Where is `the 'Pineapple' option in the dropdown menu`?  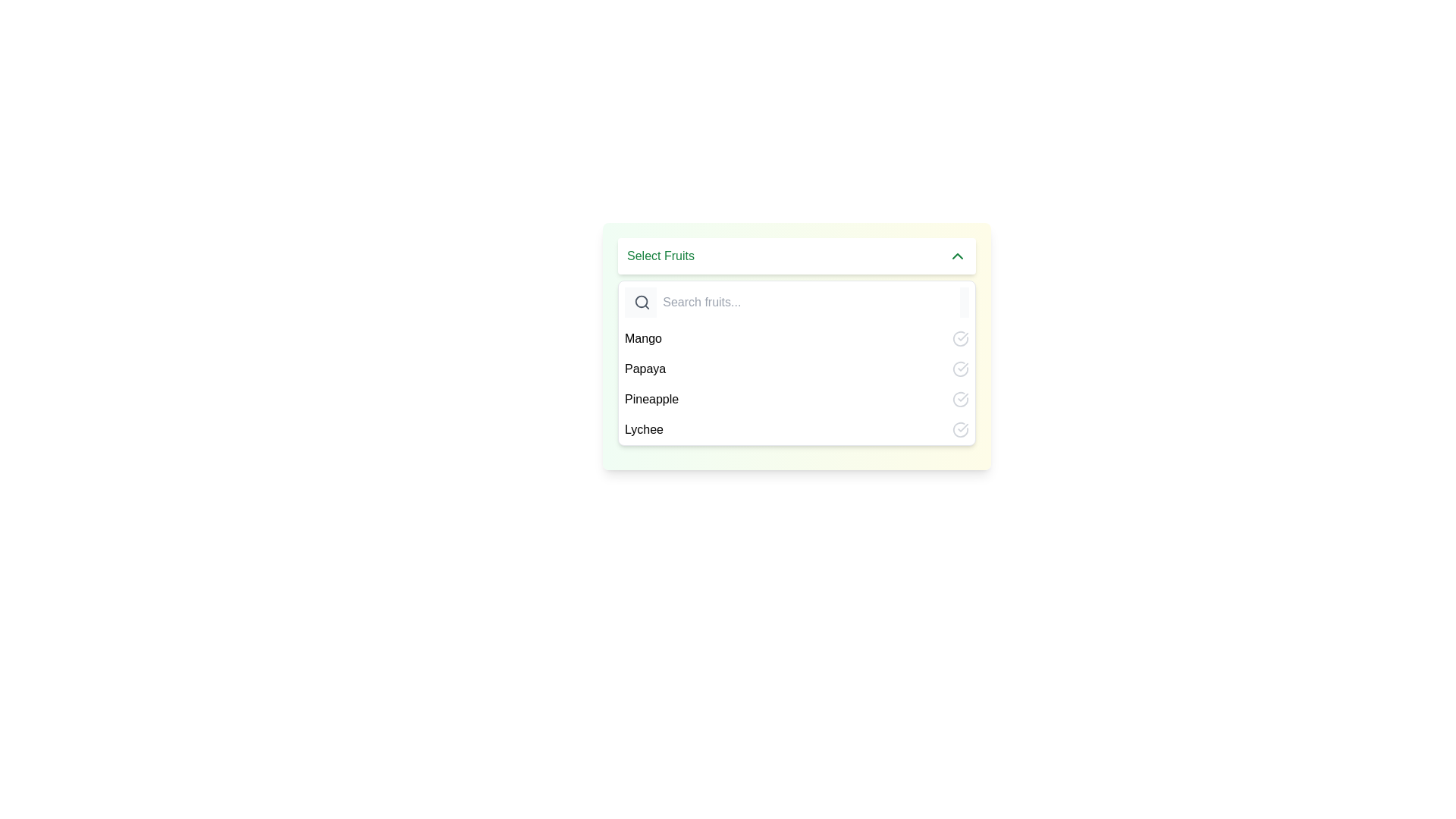
the 'Pineapple' option in the dropdown menu is located at coordinates (651, 399).